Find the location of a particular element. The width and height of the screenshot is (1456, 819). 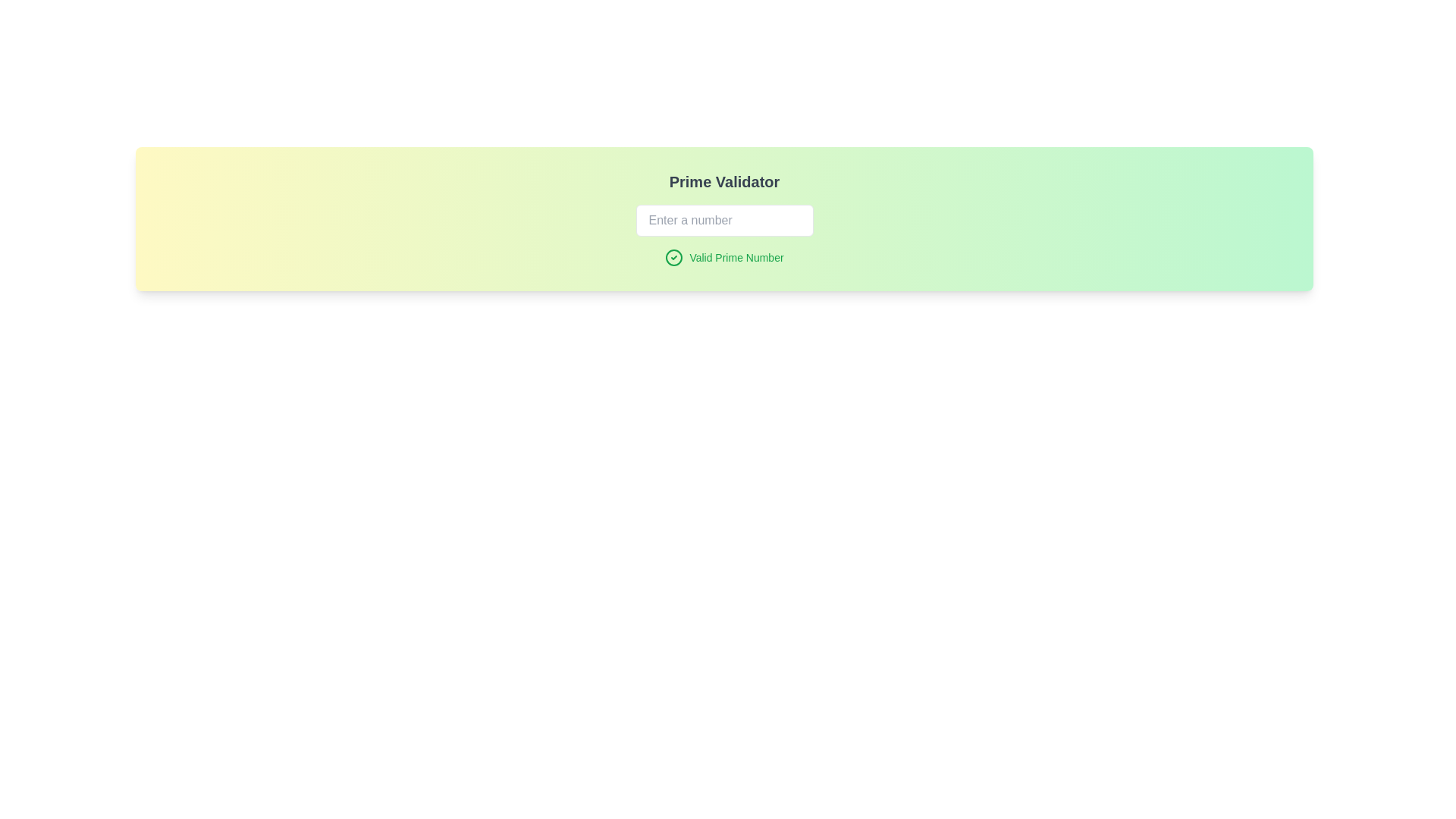

the numeric text input field with placeholder 'Enter a number' to focus on it is located at coordinates (723, 220).